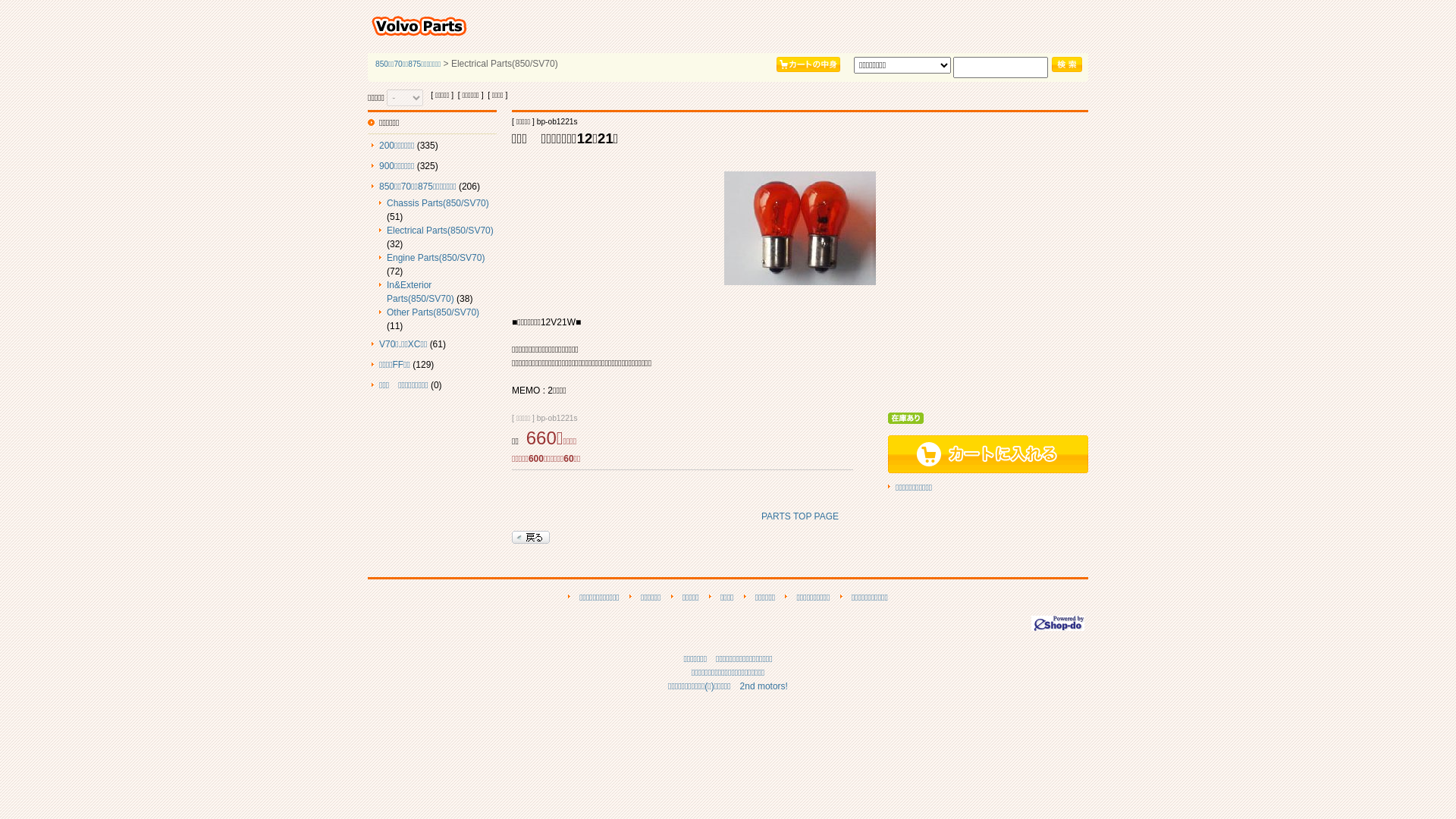 This screenshot has height=819, width=1456. Describe the element at coordinates (439, 231) in the screenshot. I see `'Electrical Parts(850/SV70)'` at that location.